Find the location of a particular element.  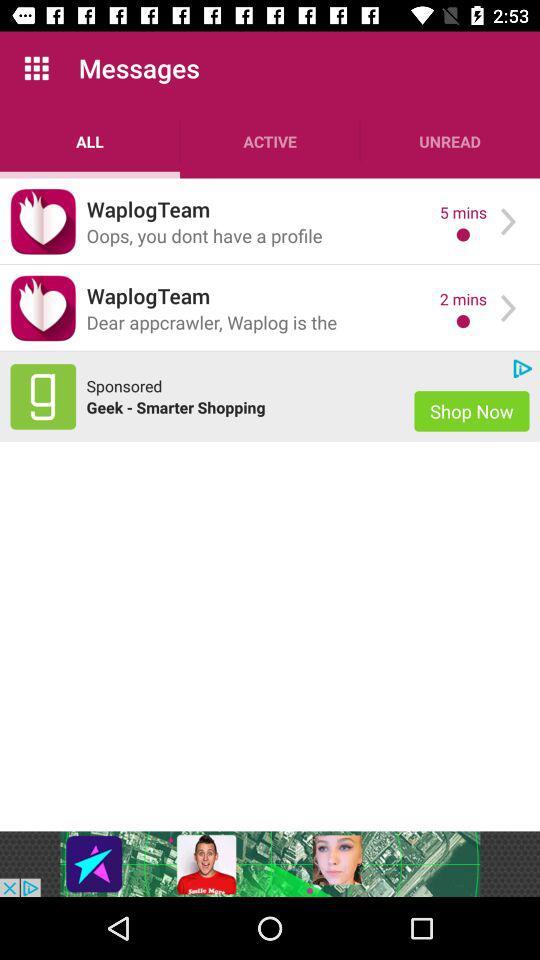

favorited is located at coordinates (43, 308).